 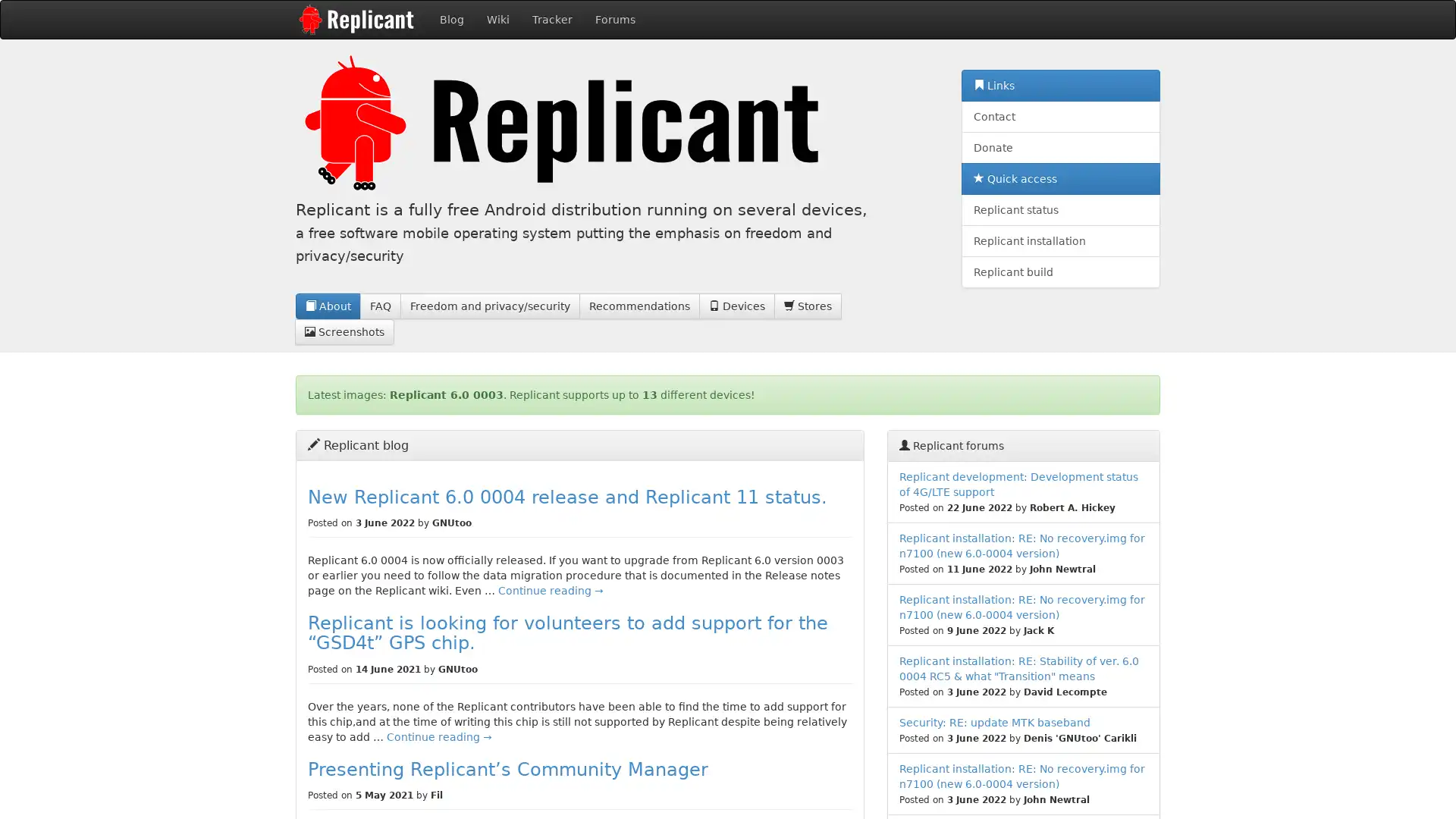 What do you see at coordinates (327, 306) in the screenshot?
I see `About` at bounding box center [327, 306].